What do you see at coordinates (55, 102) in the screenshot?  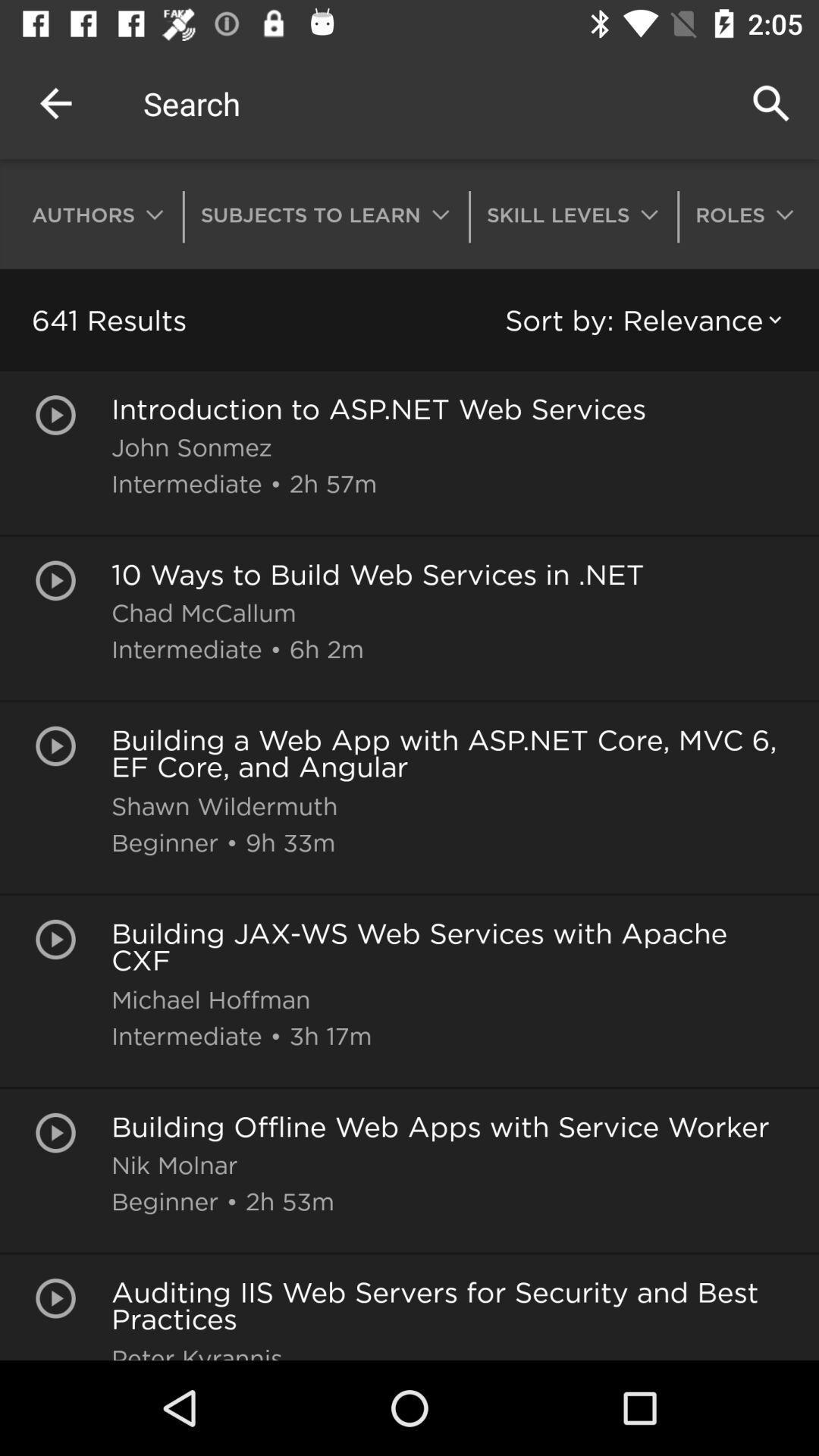 I see `item to the left of search app` at bounding box center [55, 102].